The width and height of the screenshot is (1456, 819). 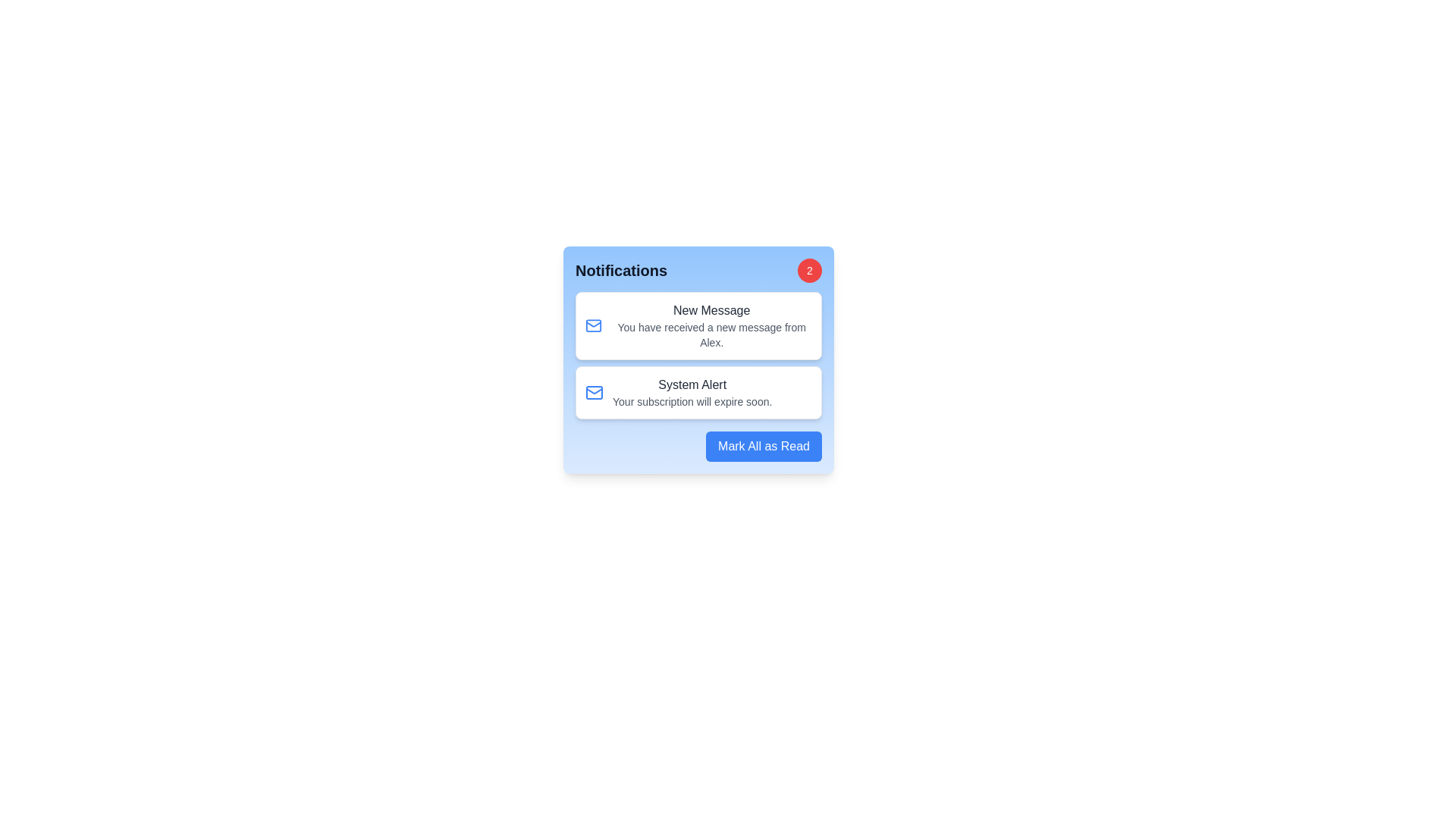 What do you see at coordinates (593, 390) in the screenshot?
I see `the triangular line pattern resembling an envelope's flap within the mail icon in the notification section` at bounding box center [593, 390].